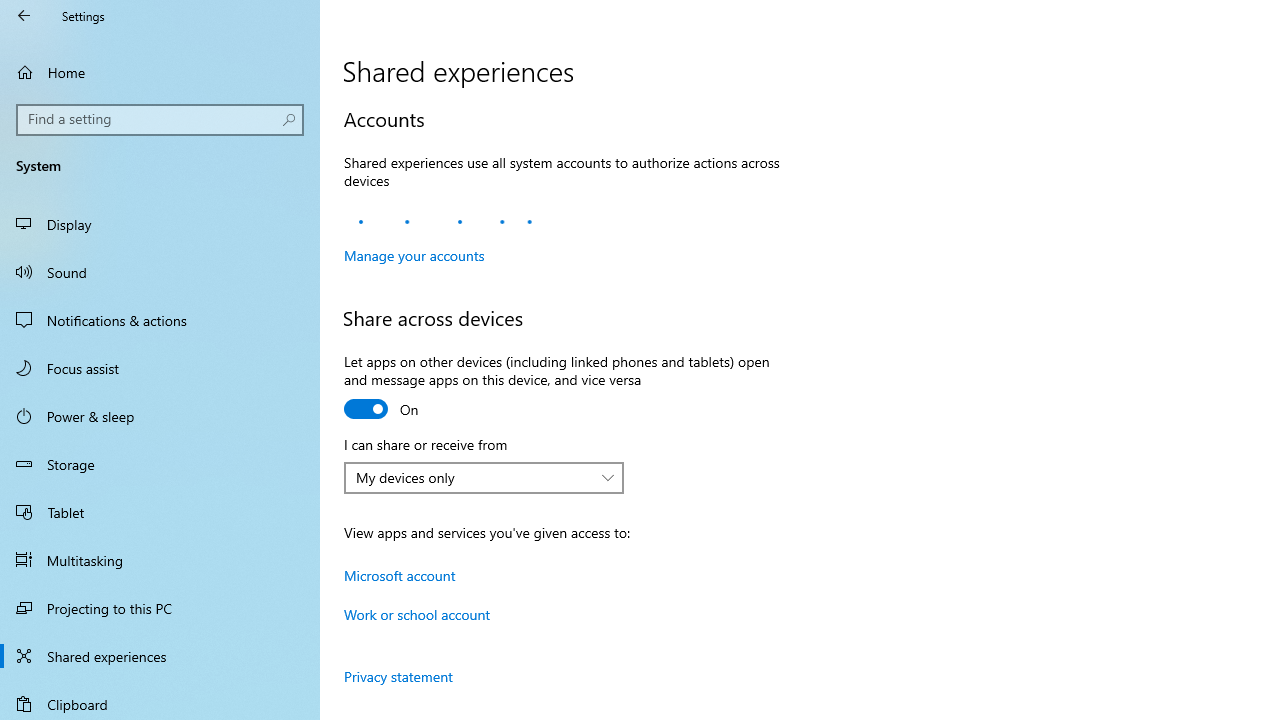 This screenshot has height=720, width=1280. Describe the element at coordinates (160, 414) in the screenshot. I see `'Power & sleep'` at that location.